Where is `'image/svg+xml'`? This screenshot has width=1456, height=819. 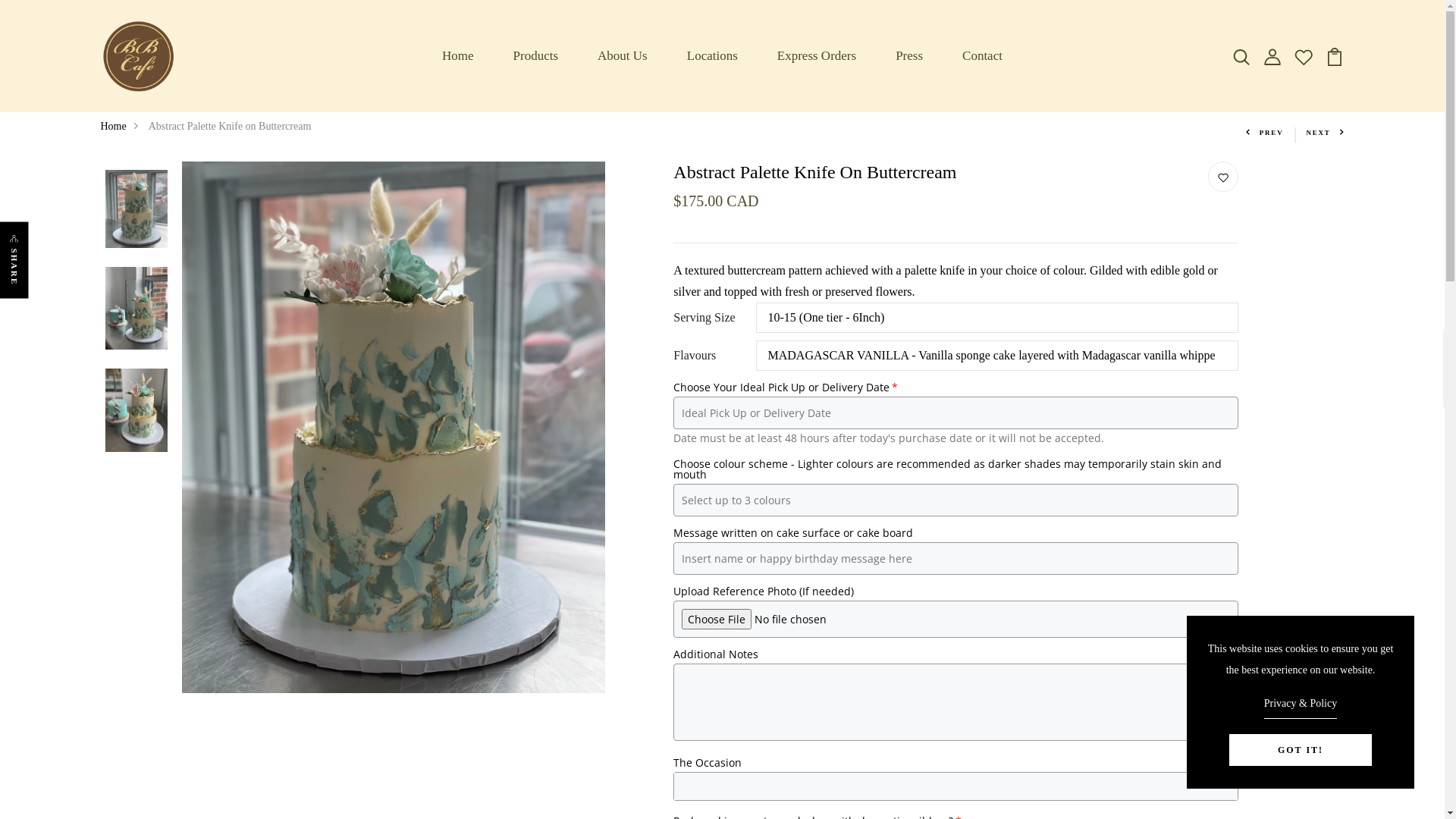
'image/svg+xml' is located at coordinates (1302, 54).